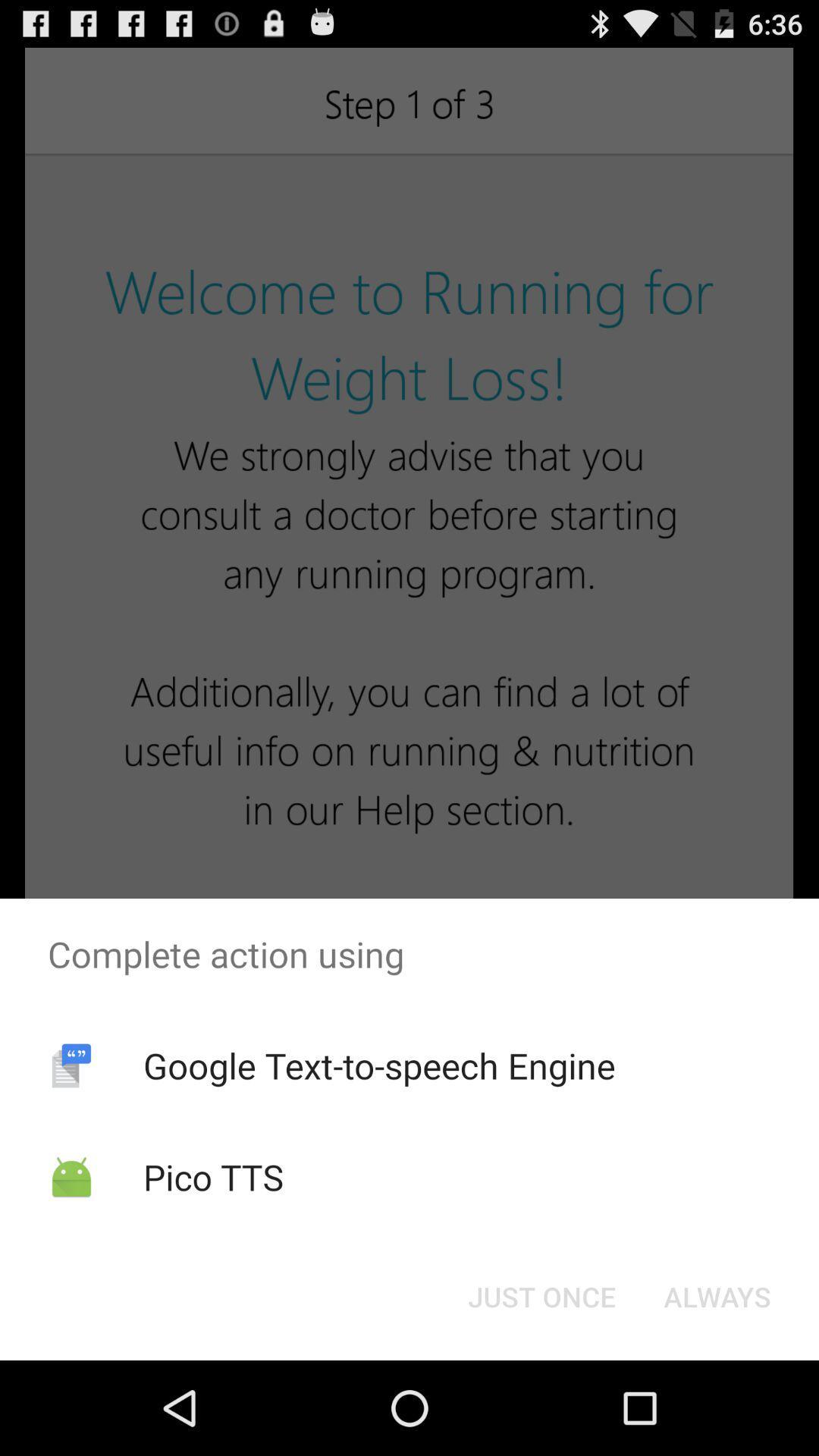 This screenshot has width=819, height=1456. Describe the element at coordinates (213, 1176) in the screenshot. I see `the app below google text to app` at that location.